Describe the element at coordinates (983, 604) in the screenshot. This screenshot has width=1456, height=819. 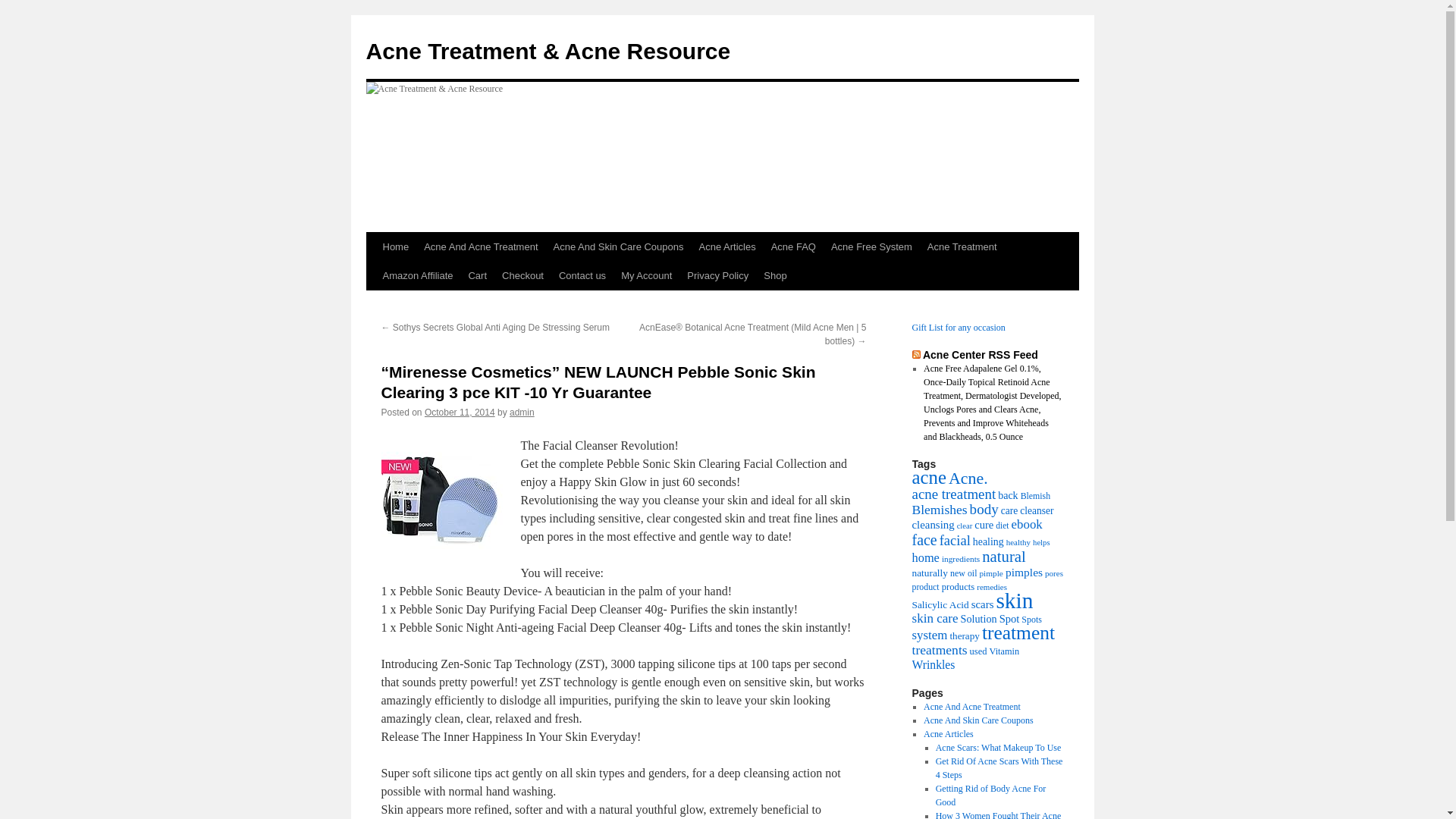
I see `'scars'` at that location.